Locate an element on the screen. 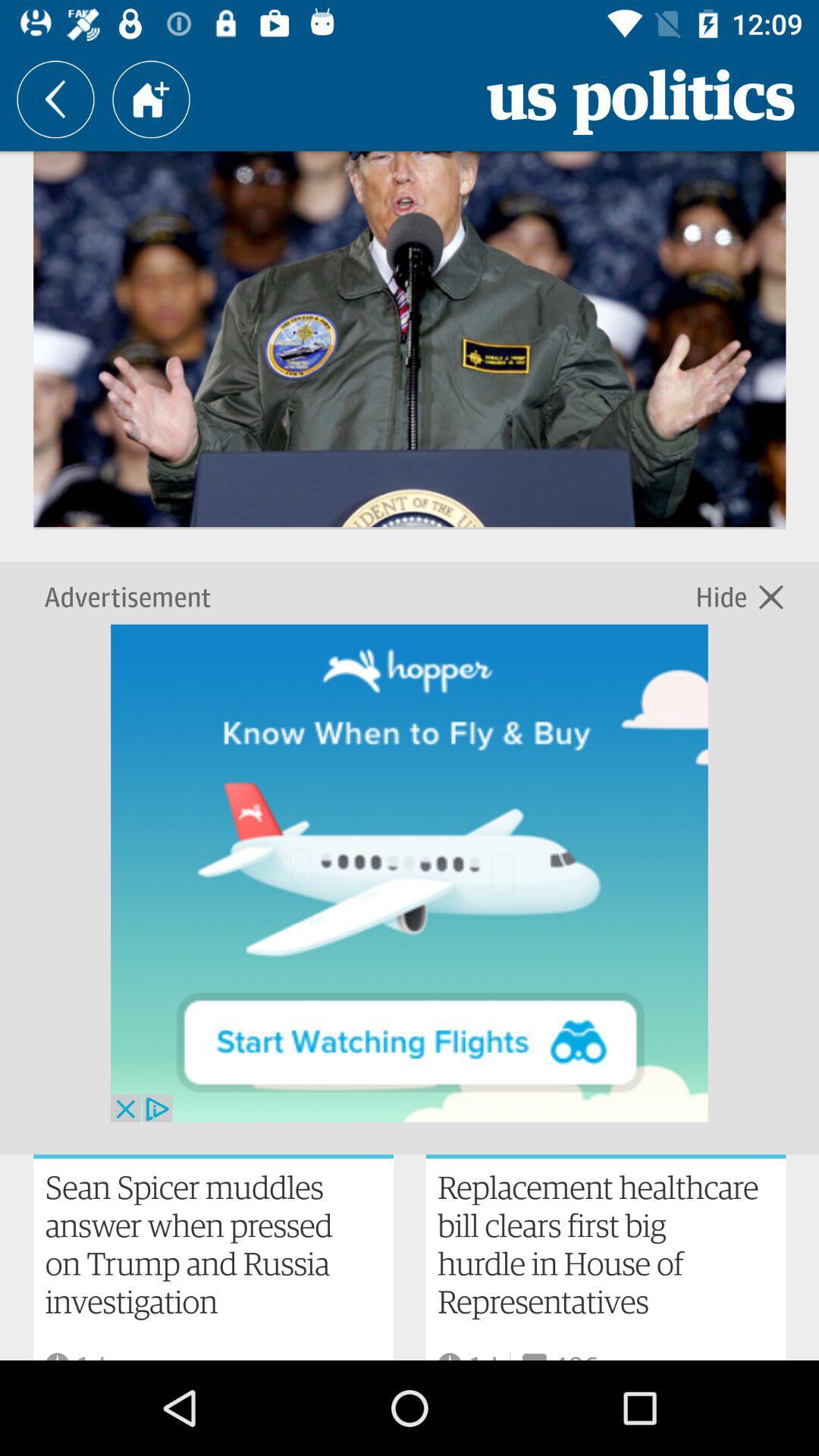 This screenshot has height=1456, width=819. hide is located at coordinates (724, 595).